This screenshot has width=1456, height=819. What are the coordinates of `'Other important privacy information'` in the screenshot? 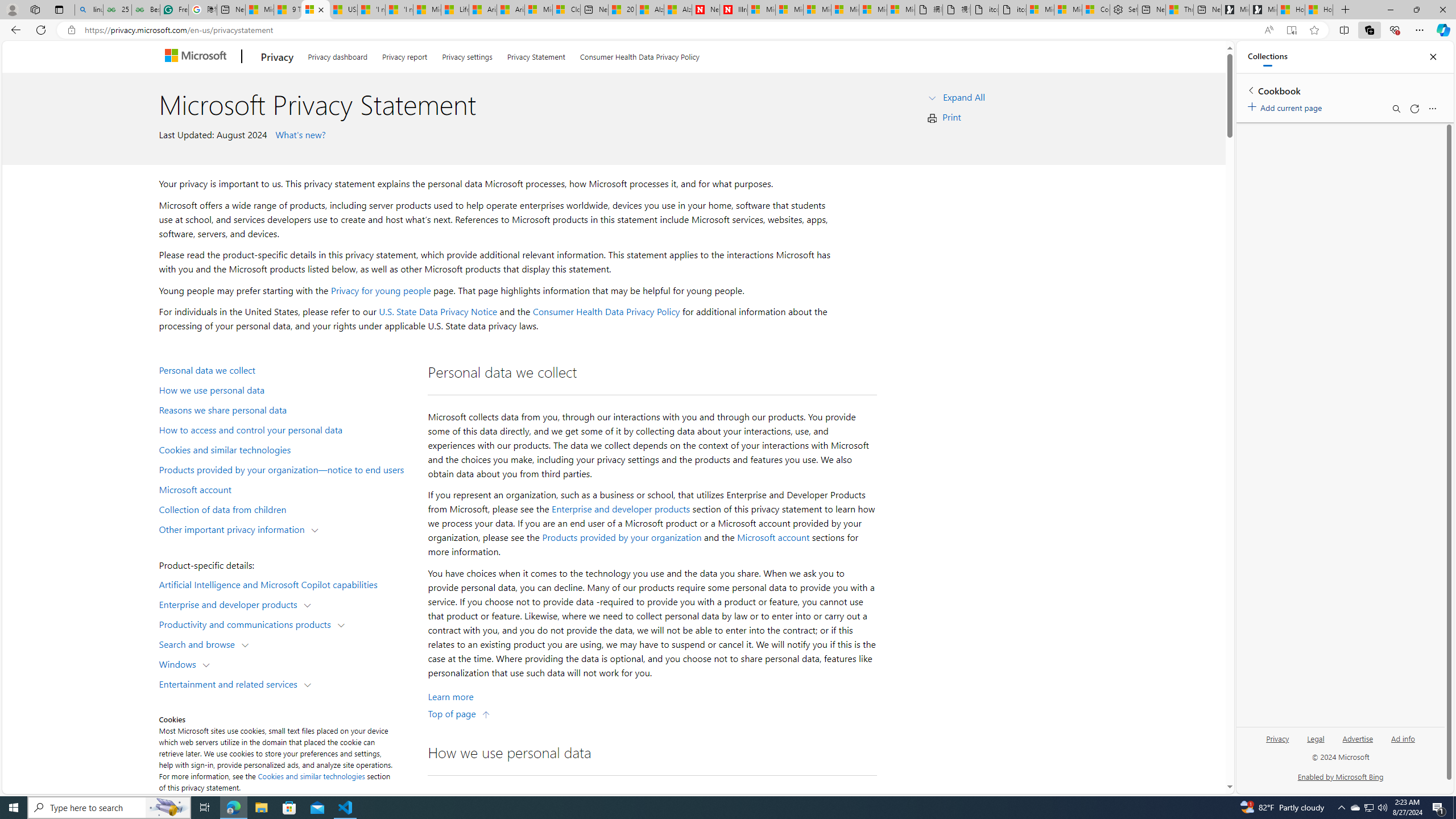 It's located at (234, 528).